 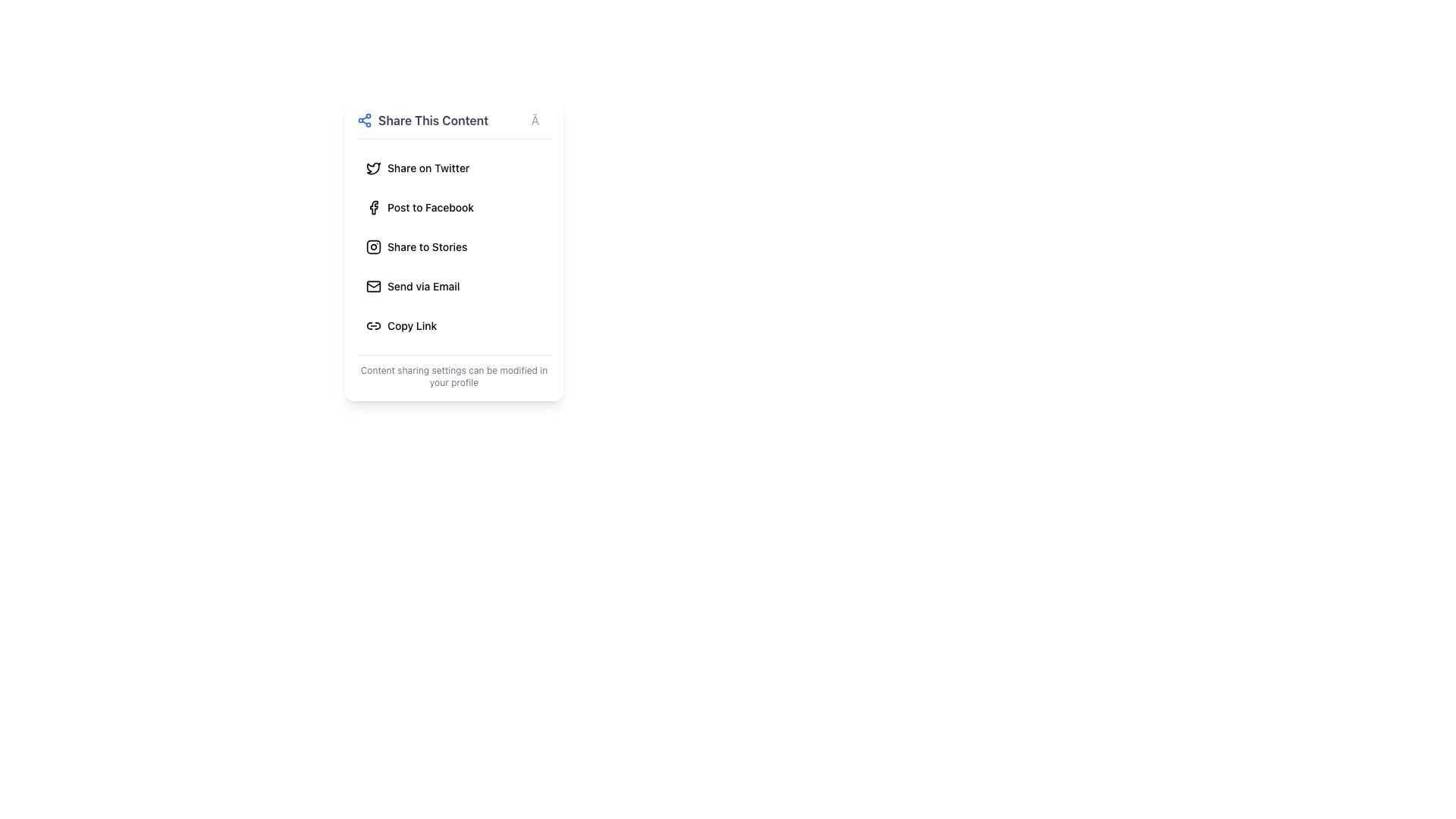 I want to click on text label 'Share on Twitter' which is located within the first item of the sharing options list, so click(x=428, y=168).